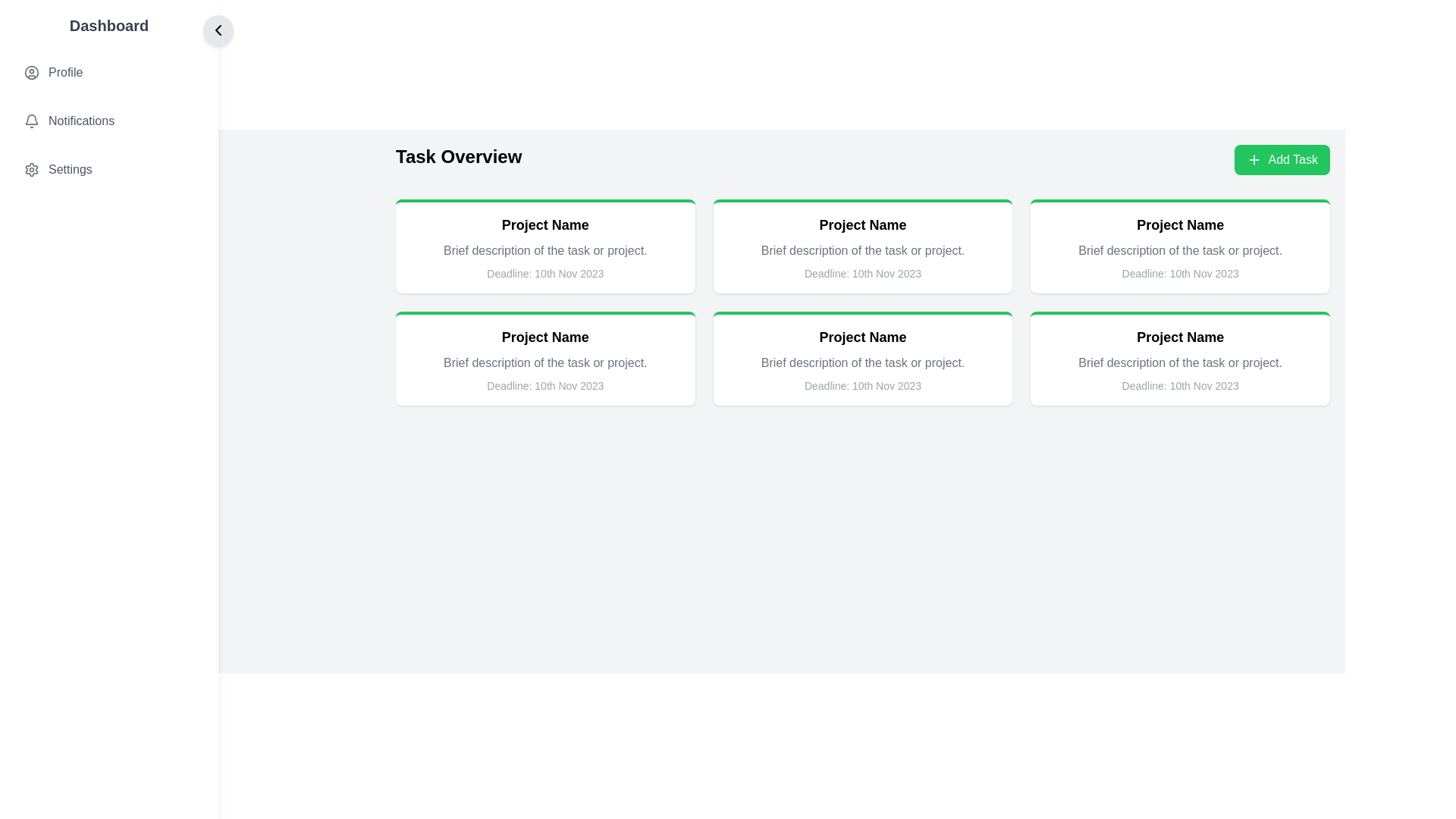  What do you see at coordinates (108, 120) in the screenshot?
I see `the Notifications list item located in the left sidebar` at bounding box center [108, 120].